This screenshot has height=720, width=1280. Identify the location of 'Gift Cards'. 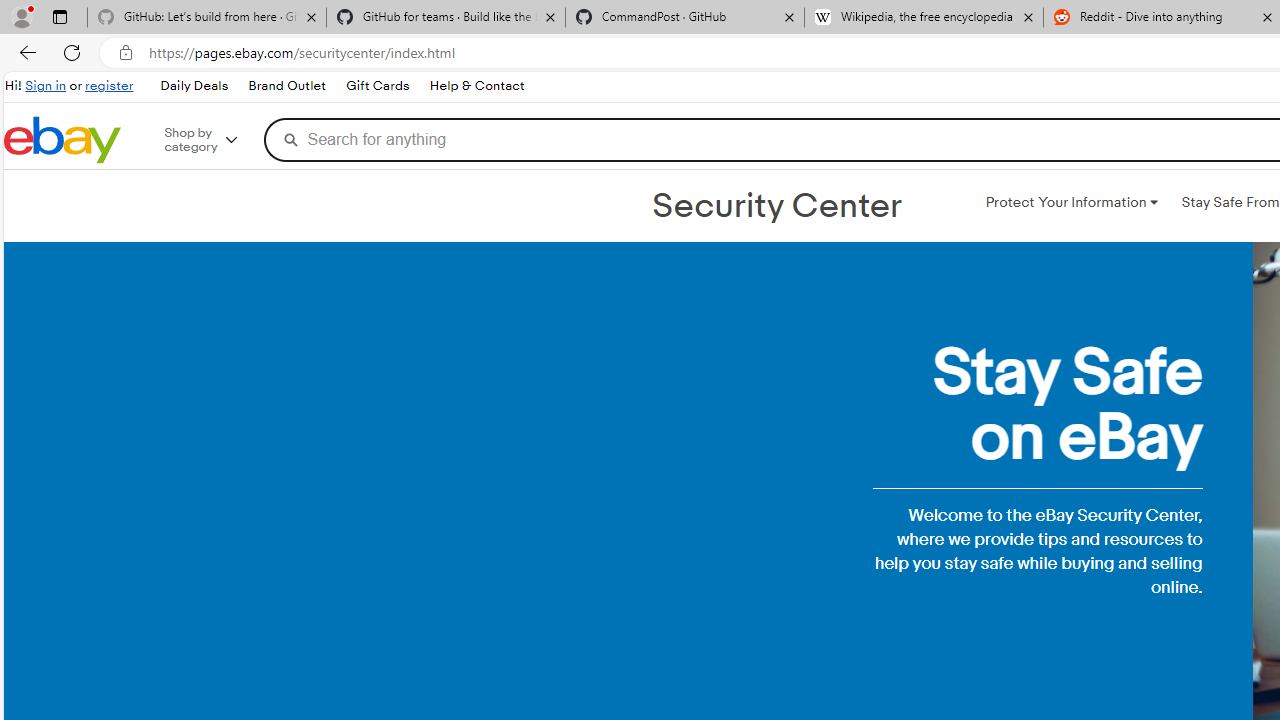
(377, 86).